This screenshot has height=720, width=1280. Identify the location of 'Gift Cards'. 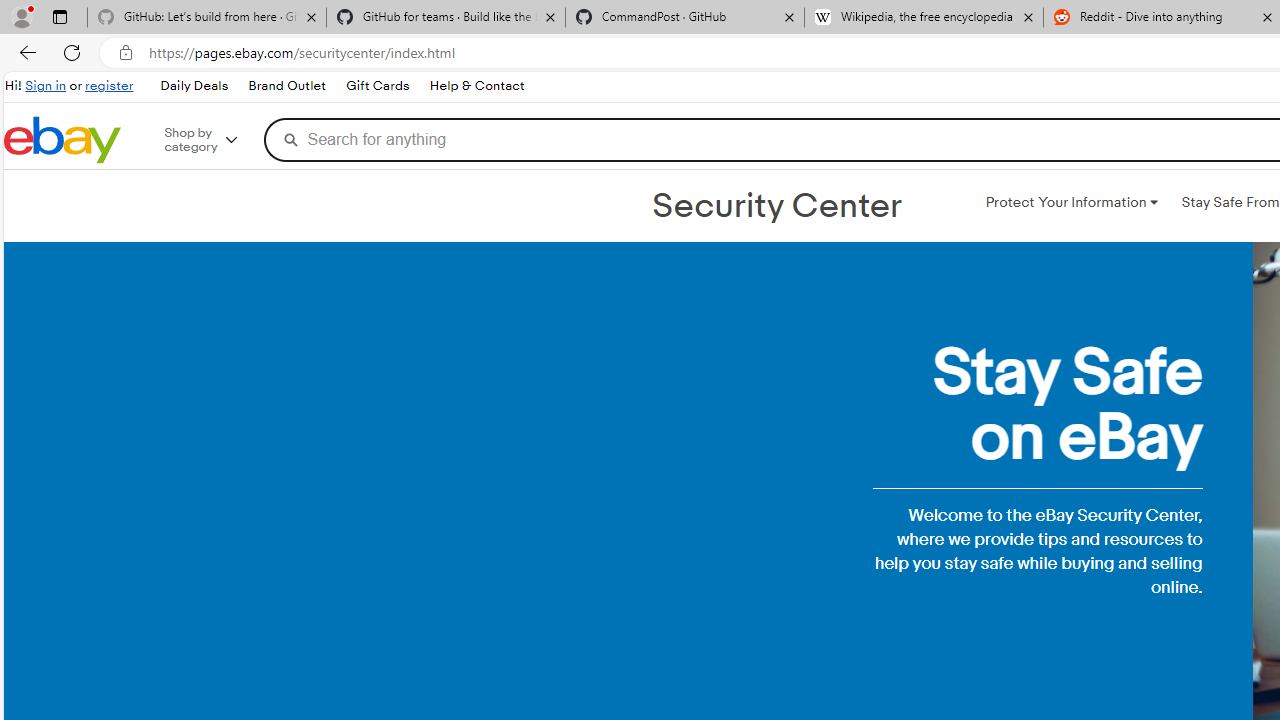
(377, 86).